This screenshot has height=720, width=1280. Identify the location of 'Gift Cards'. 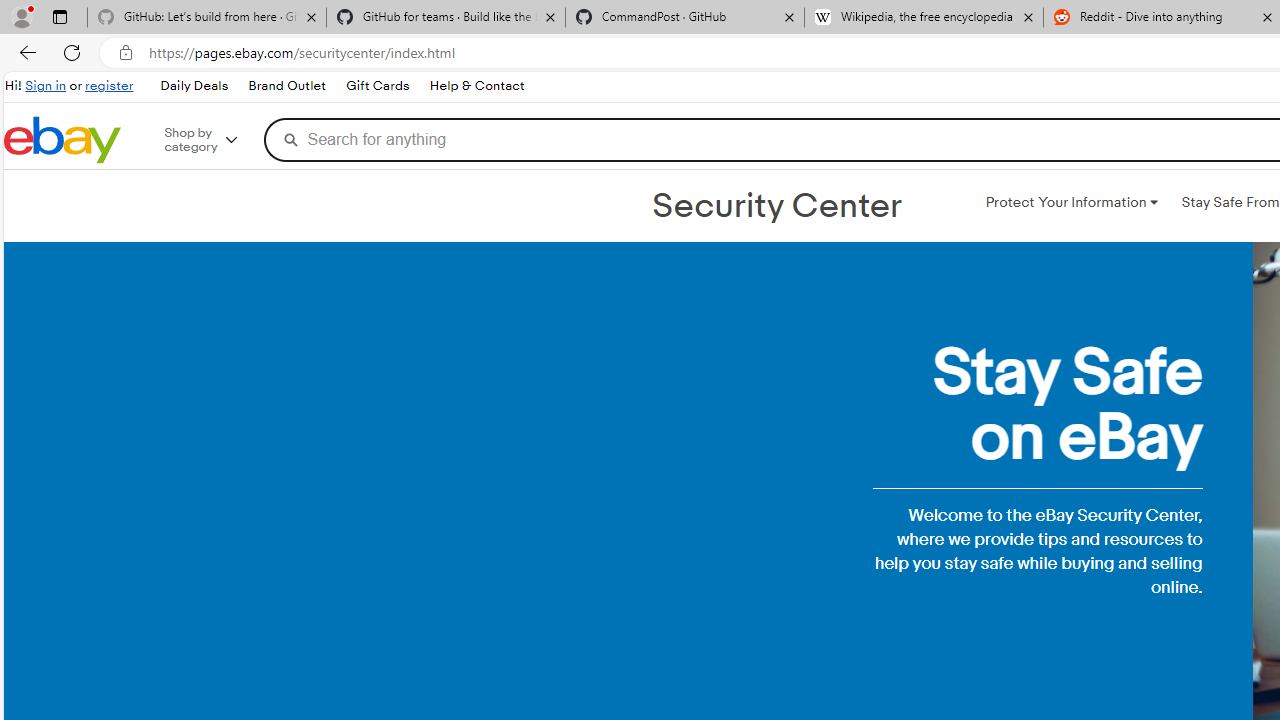
(377, 86).